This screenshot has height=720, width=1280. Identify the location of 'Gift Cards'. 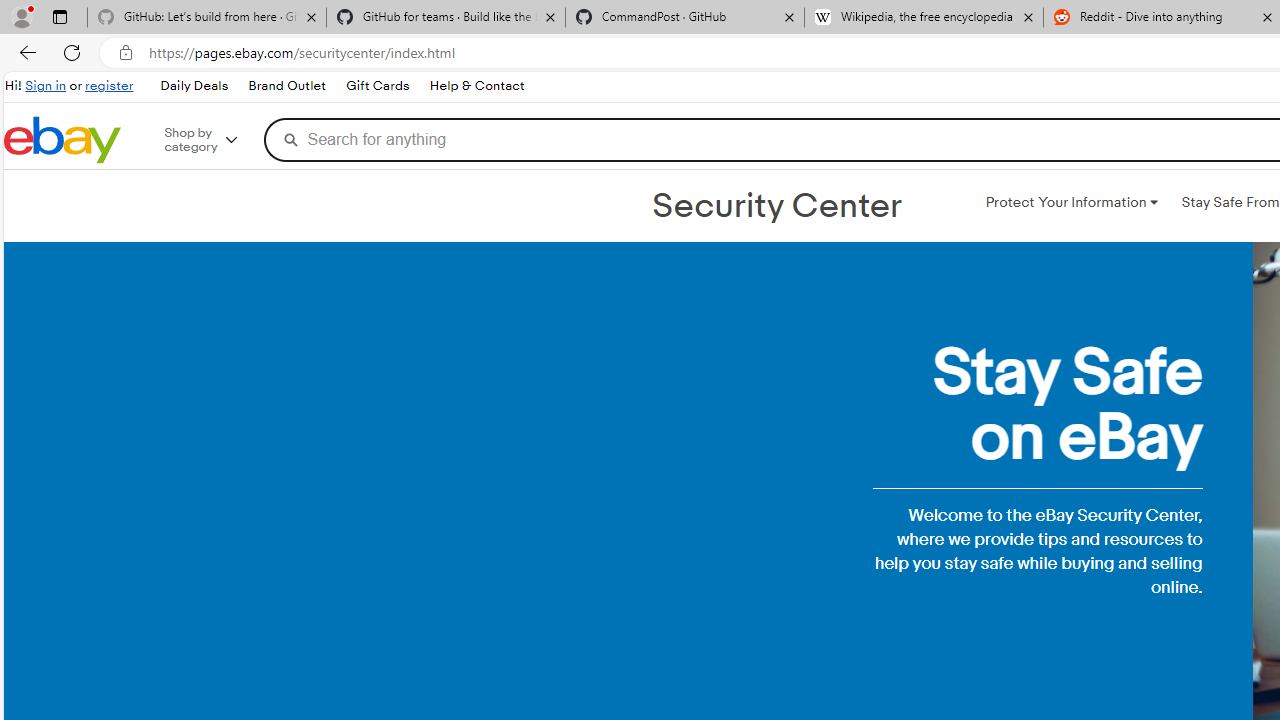
(377, 86).